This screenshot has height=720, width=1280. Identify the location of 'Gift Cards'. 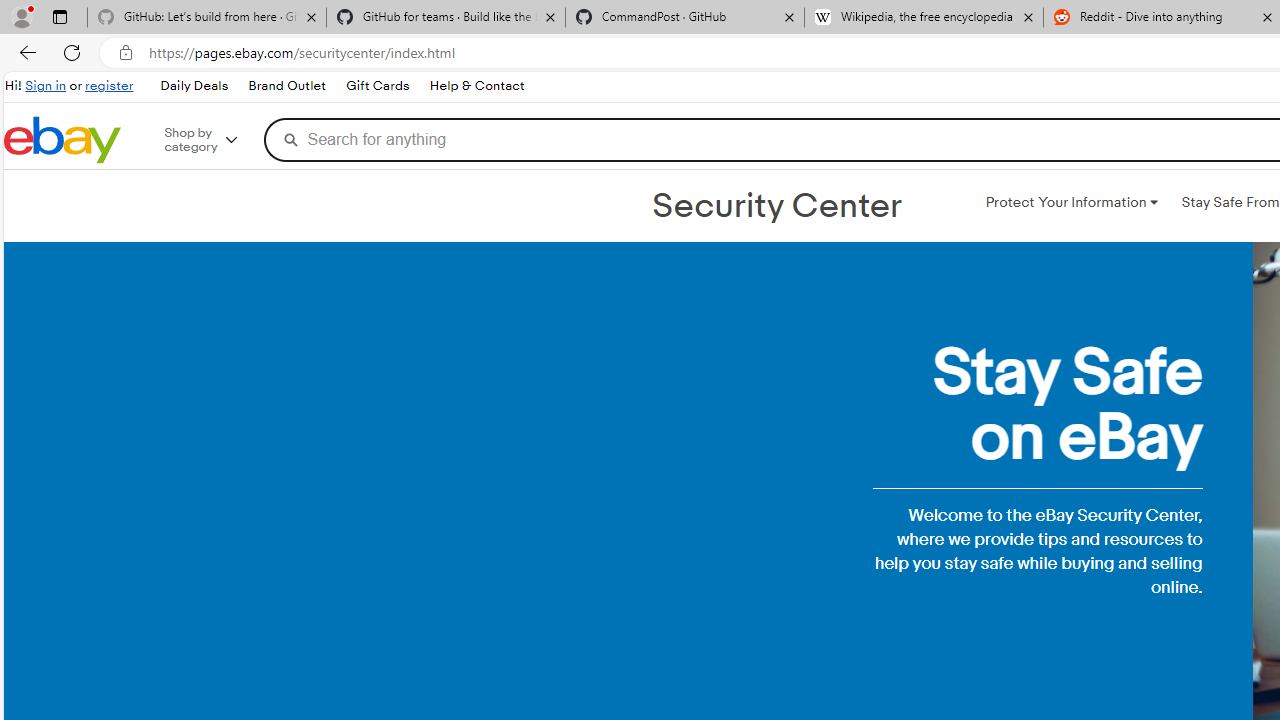
(377, 86).